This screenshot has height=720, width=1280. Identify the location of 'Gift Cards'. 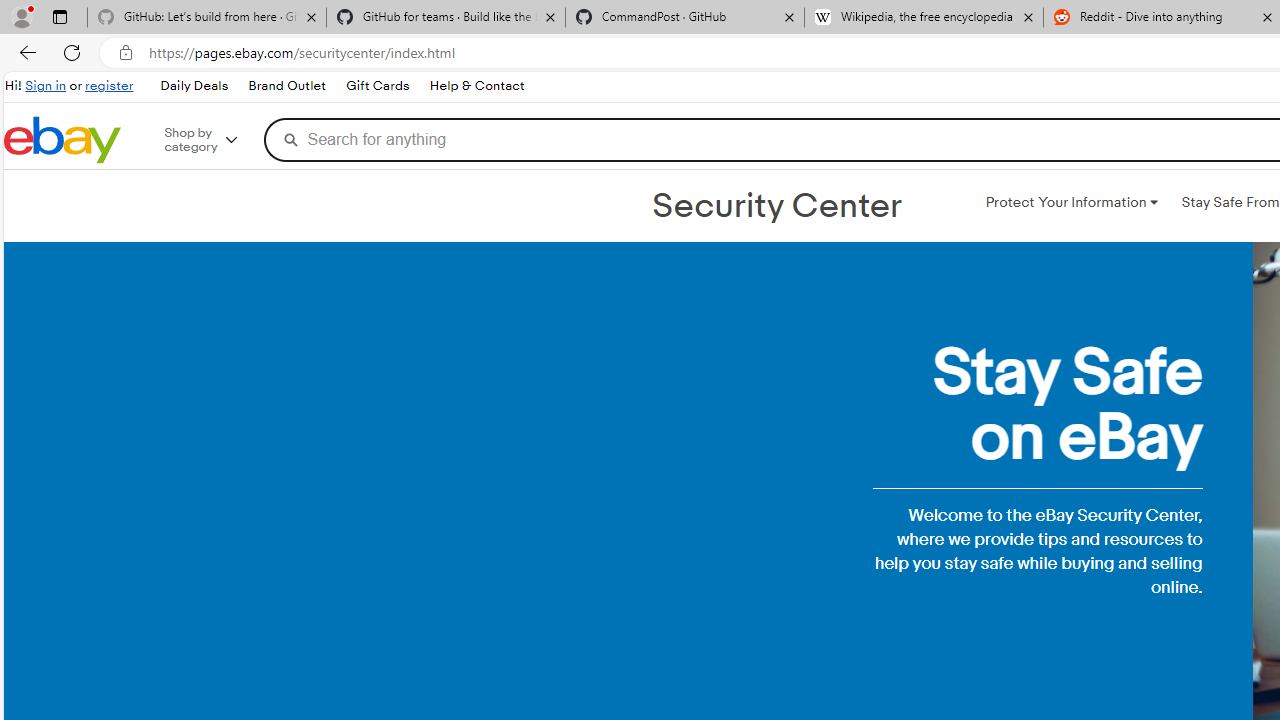
(377, 86).